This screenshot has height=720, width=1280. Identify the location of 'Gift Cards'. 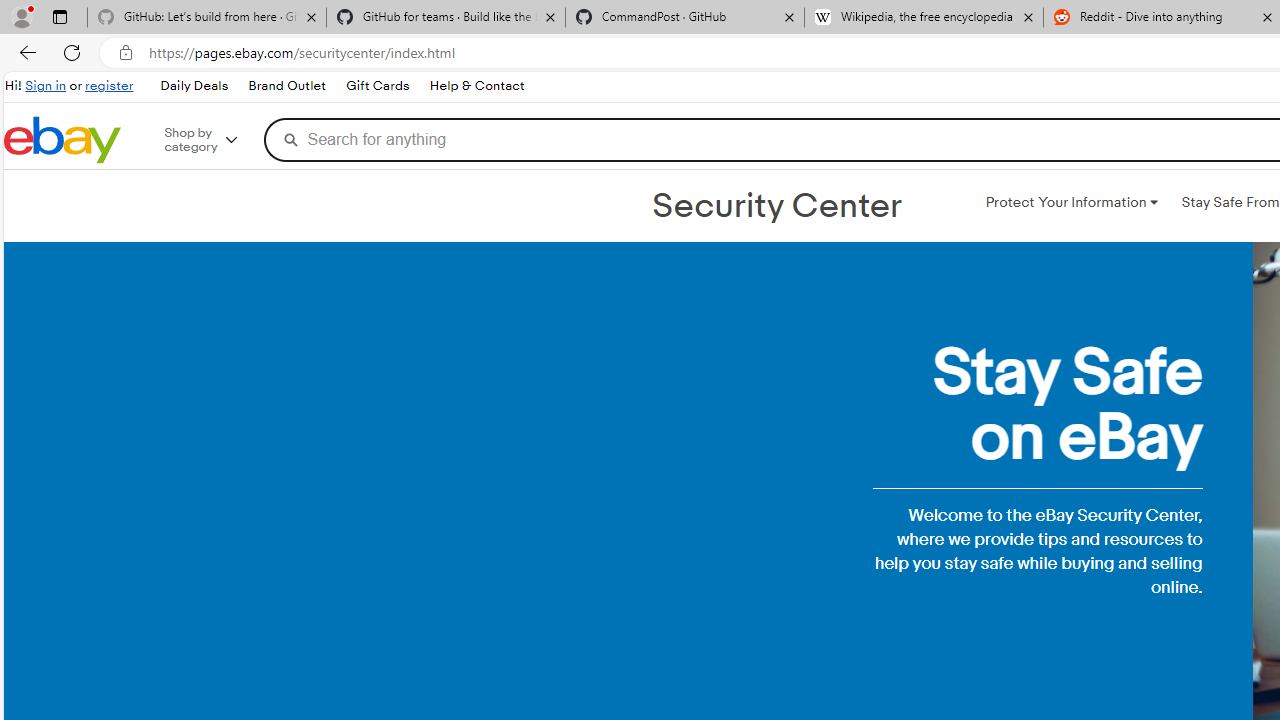
(377, 86).